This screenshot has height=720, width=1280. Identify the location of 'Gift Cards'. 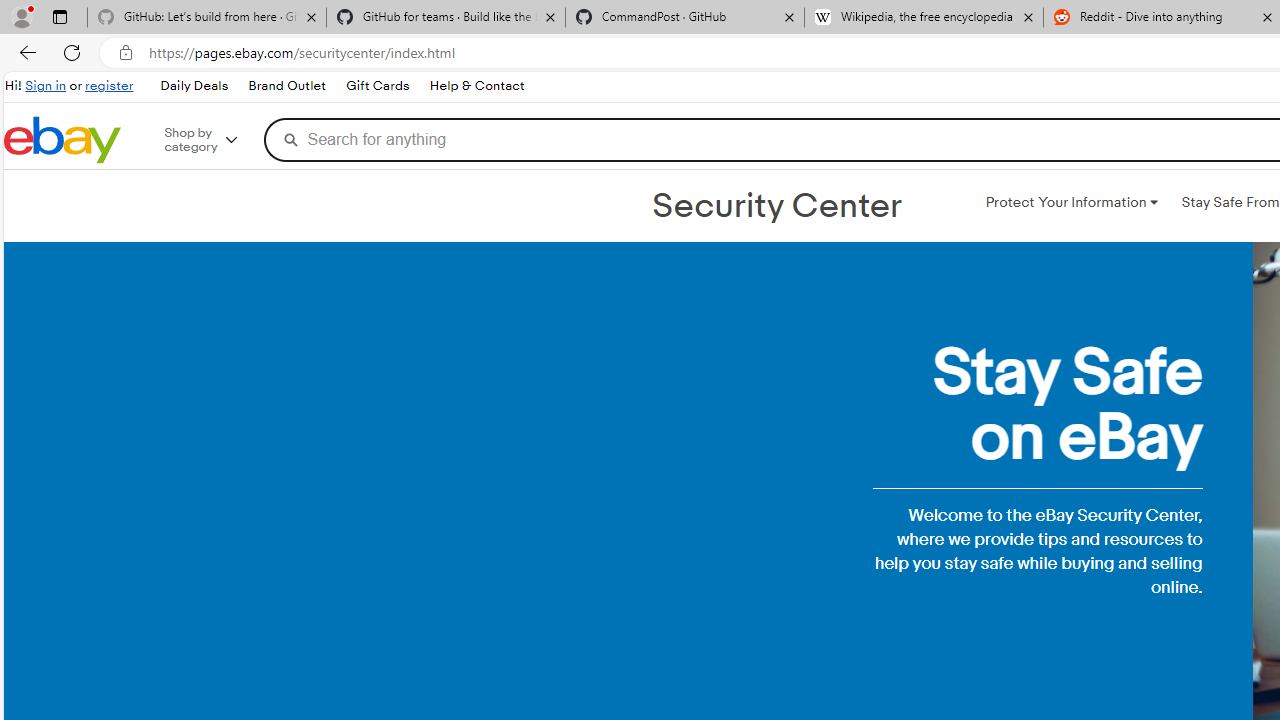
(377, 86).